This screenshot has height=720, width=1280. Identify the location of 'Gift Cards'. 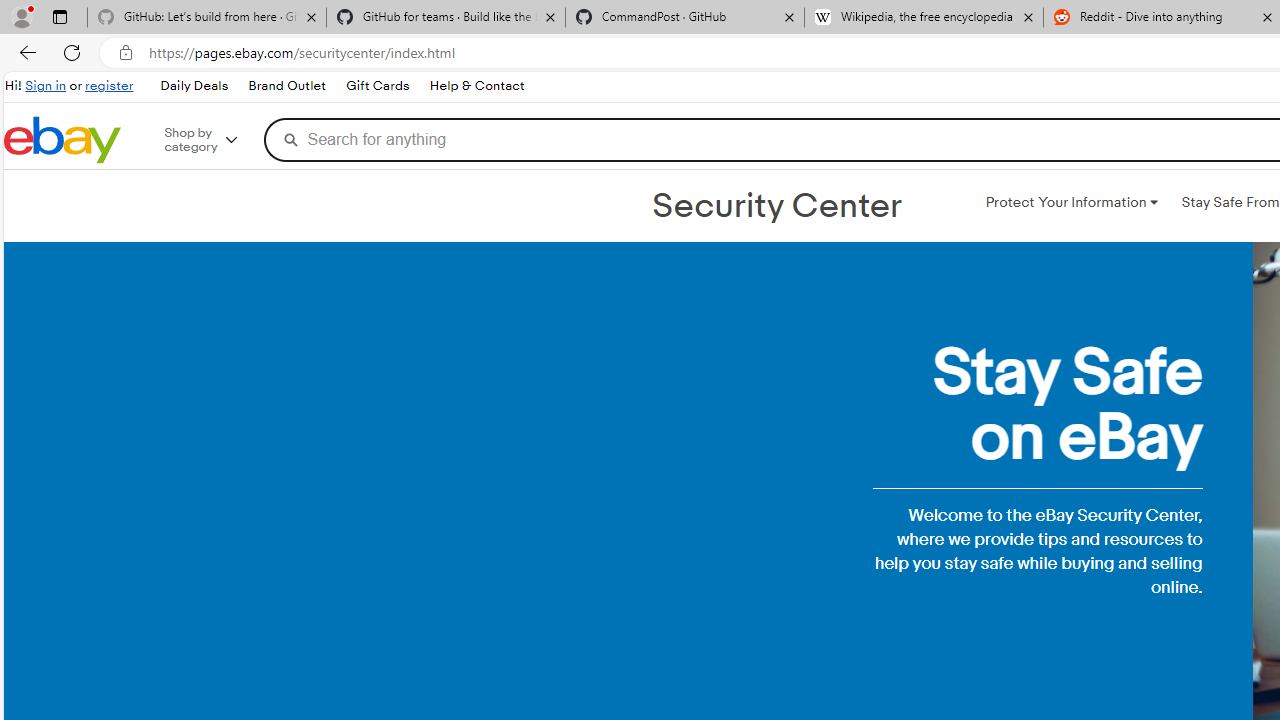
(377, 86).